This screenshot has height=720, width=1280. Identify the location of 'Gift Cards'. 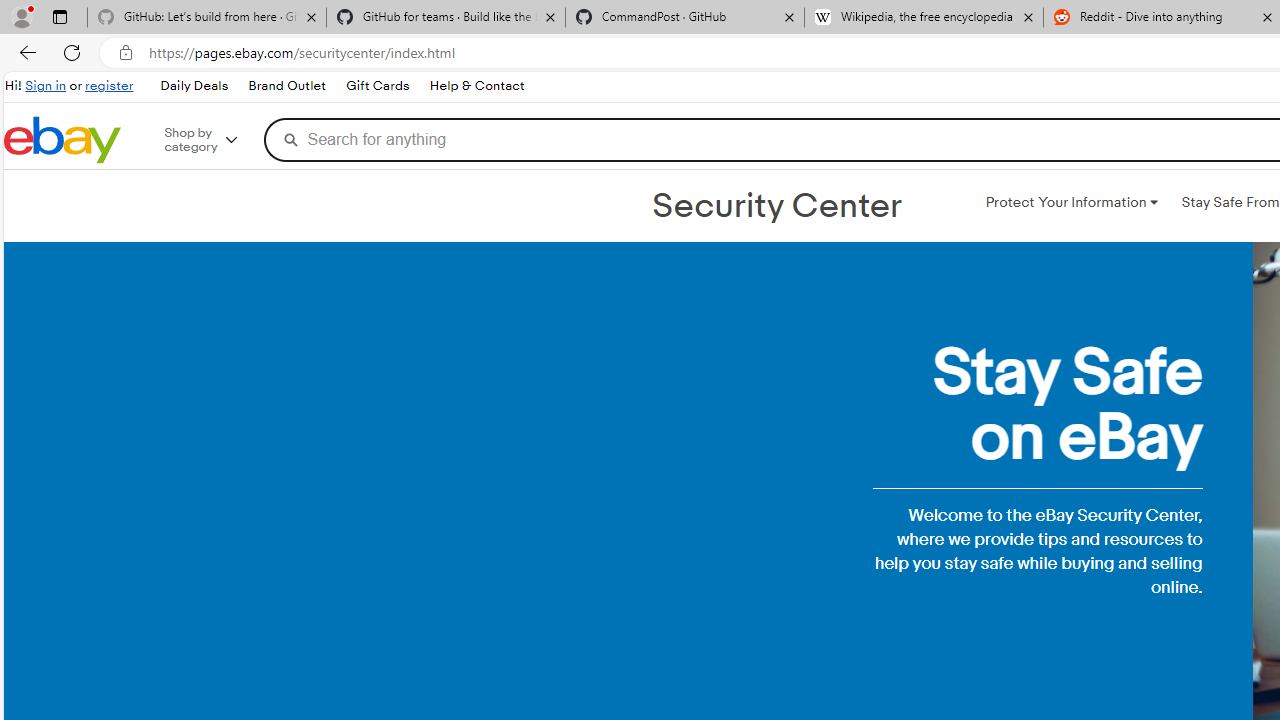
(377, 86).